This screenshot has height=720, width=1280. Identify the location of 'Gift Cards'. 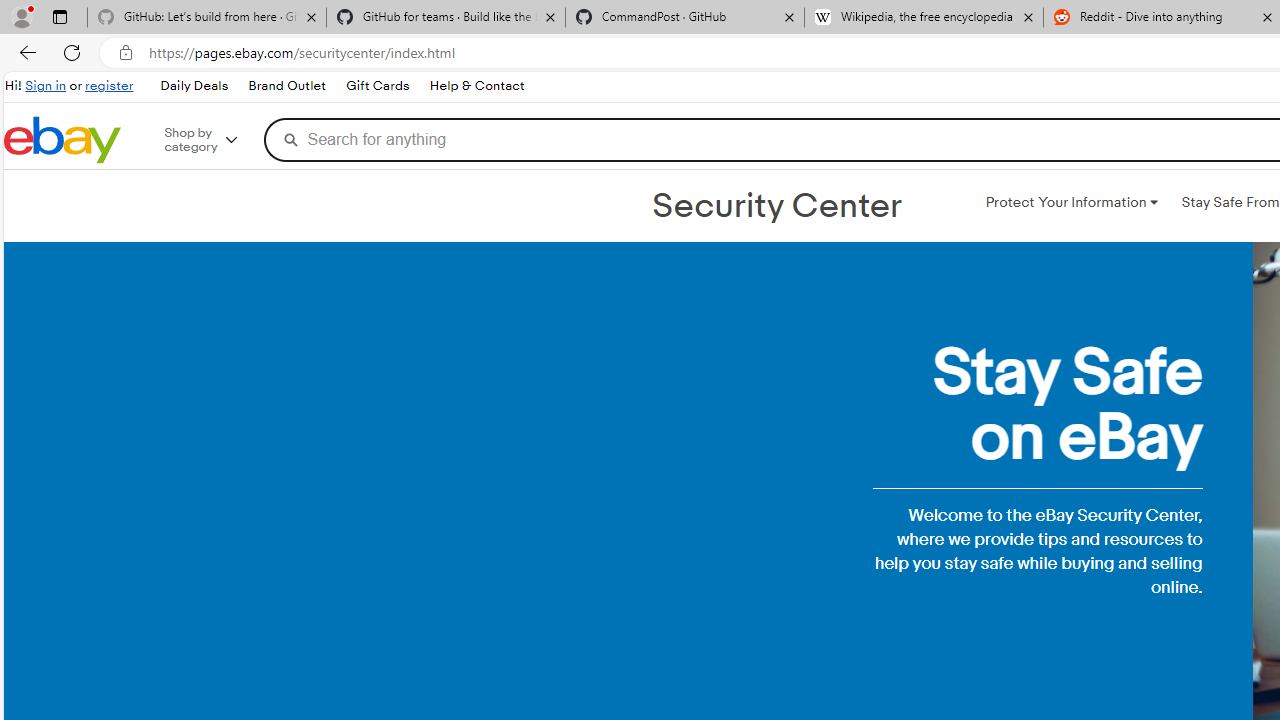
(377, 86).